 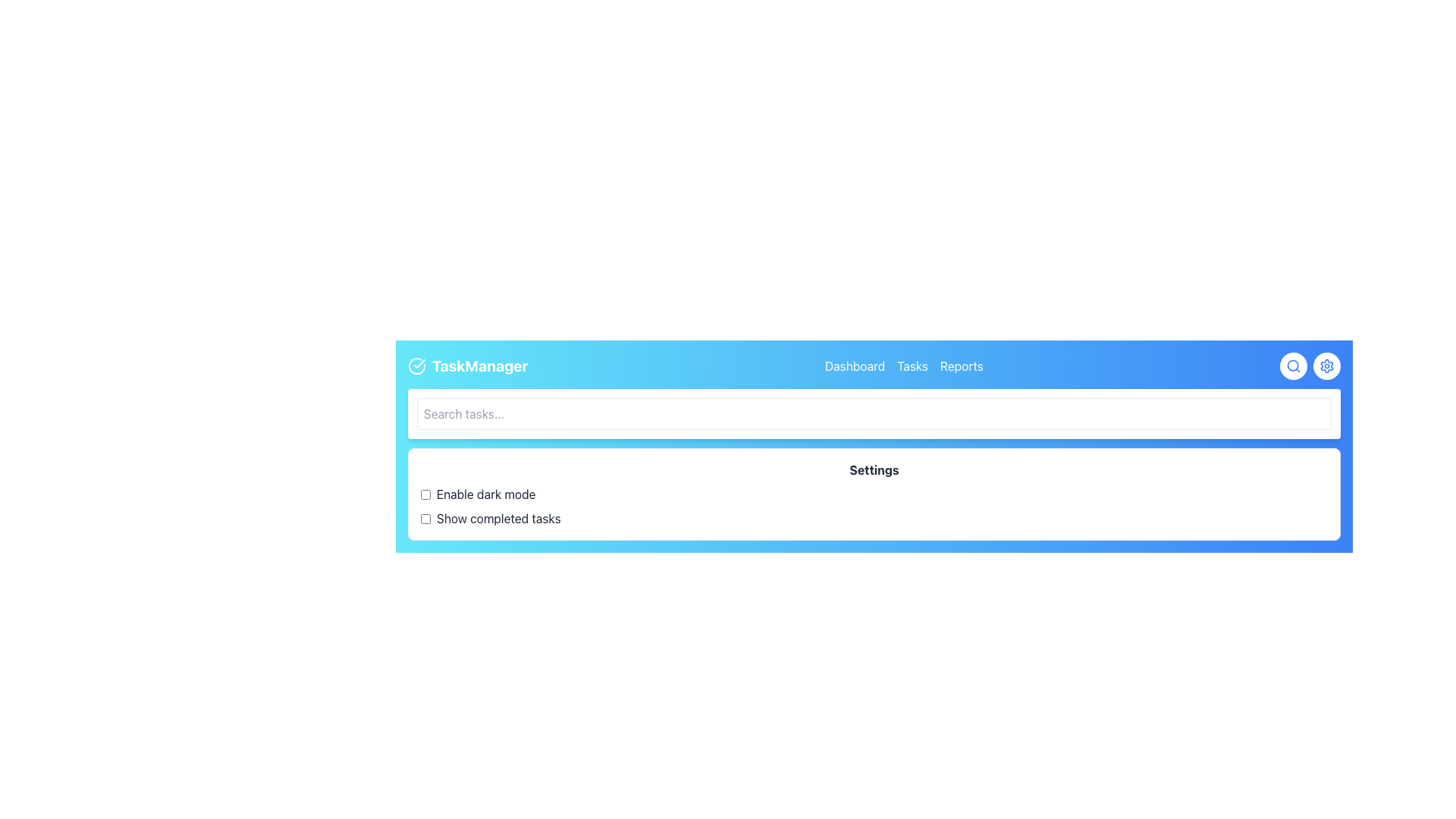 What do you see at coordinates (1292, 366) in the screenshot?
I see `the search button with icon located in the upper blue header bar` at bounding box center [1292, 366].